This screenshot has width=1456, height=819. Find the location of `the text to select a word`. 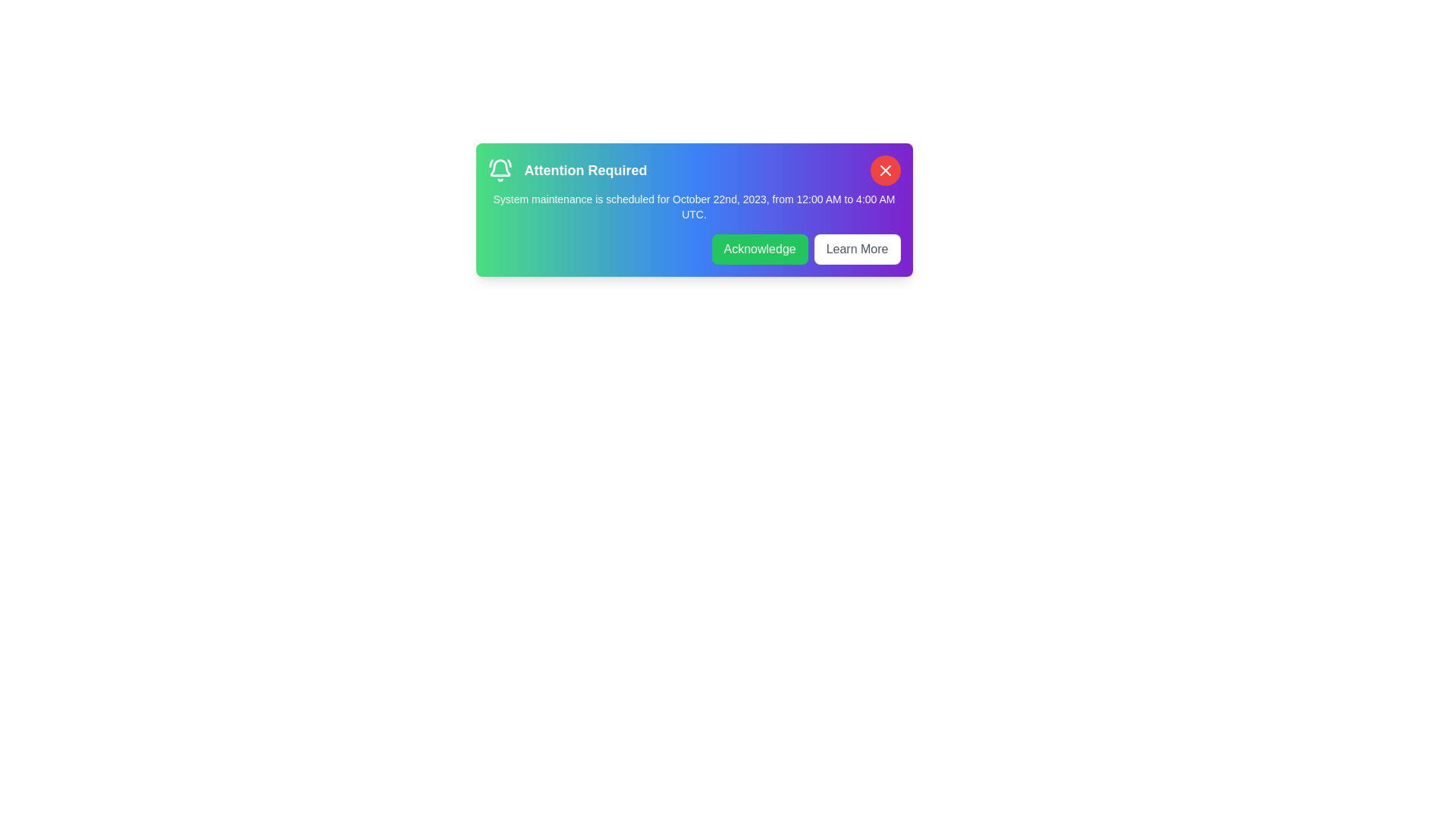

the text to select a word is located at coordinates (693, 207).